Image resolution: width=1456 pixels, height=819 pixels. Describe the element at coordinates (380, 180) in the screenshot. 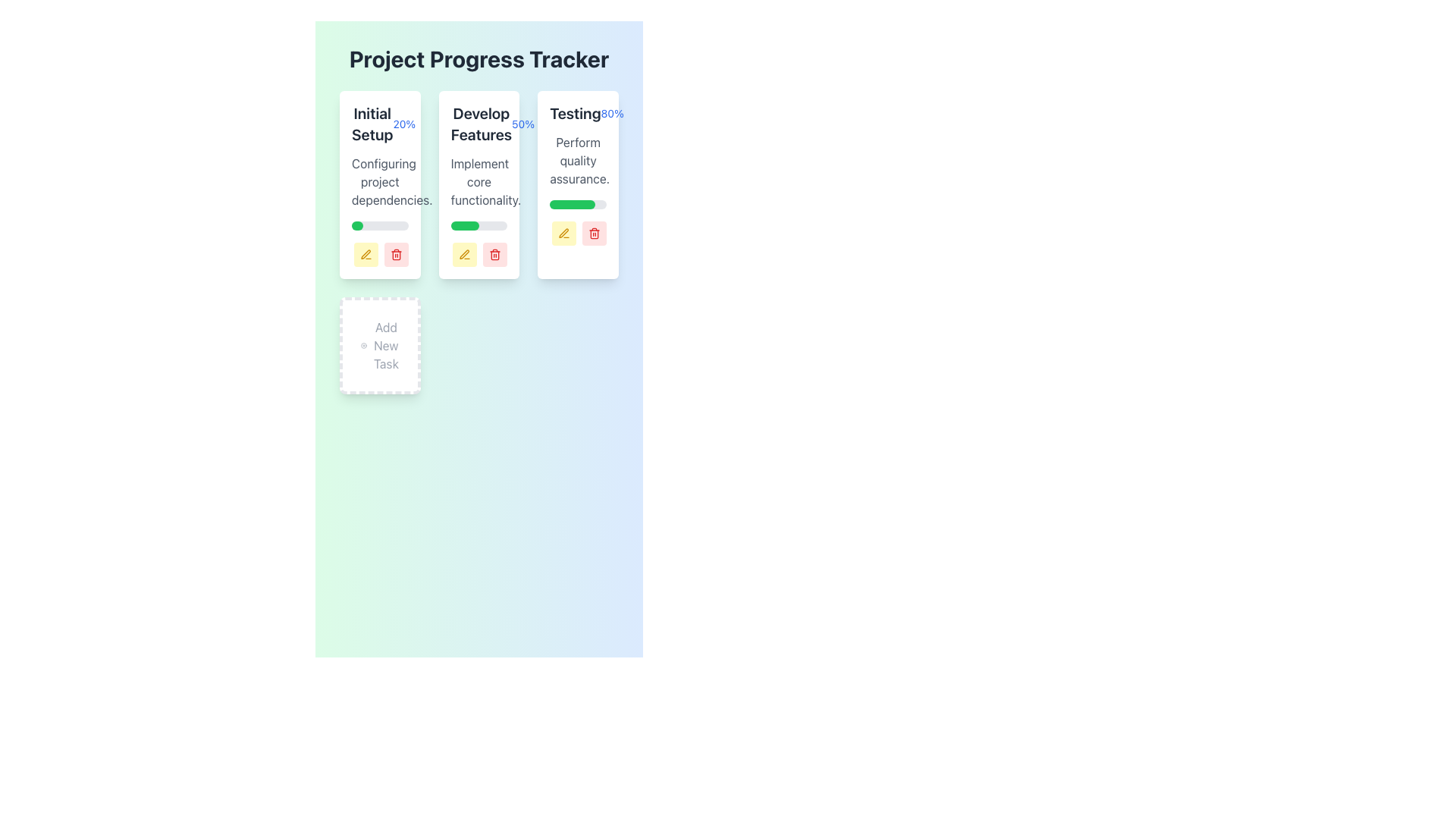

I see `the text label that reads 'Configuring project dependencies.' styled in gray font, located below the 'Initial Setup 20%' header and above the green progress bar within the white rounded rectangular card` at that location.